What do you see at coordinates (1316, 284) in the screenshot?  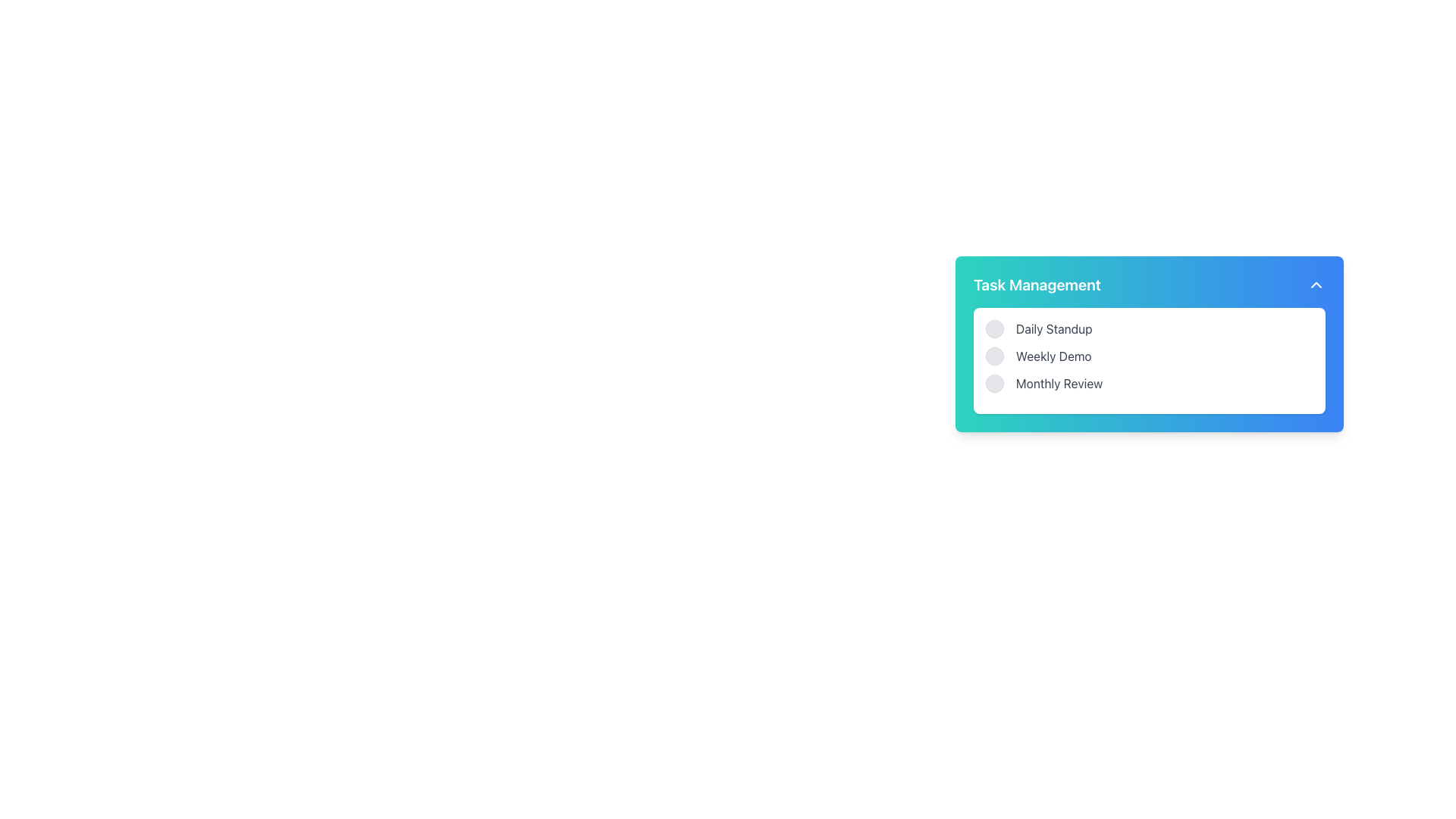 I see `the toggle button located to the far right of the 'Task Management' header section` at bounding box center [1316, 284].